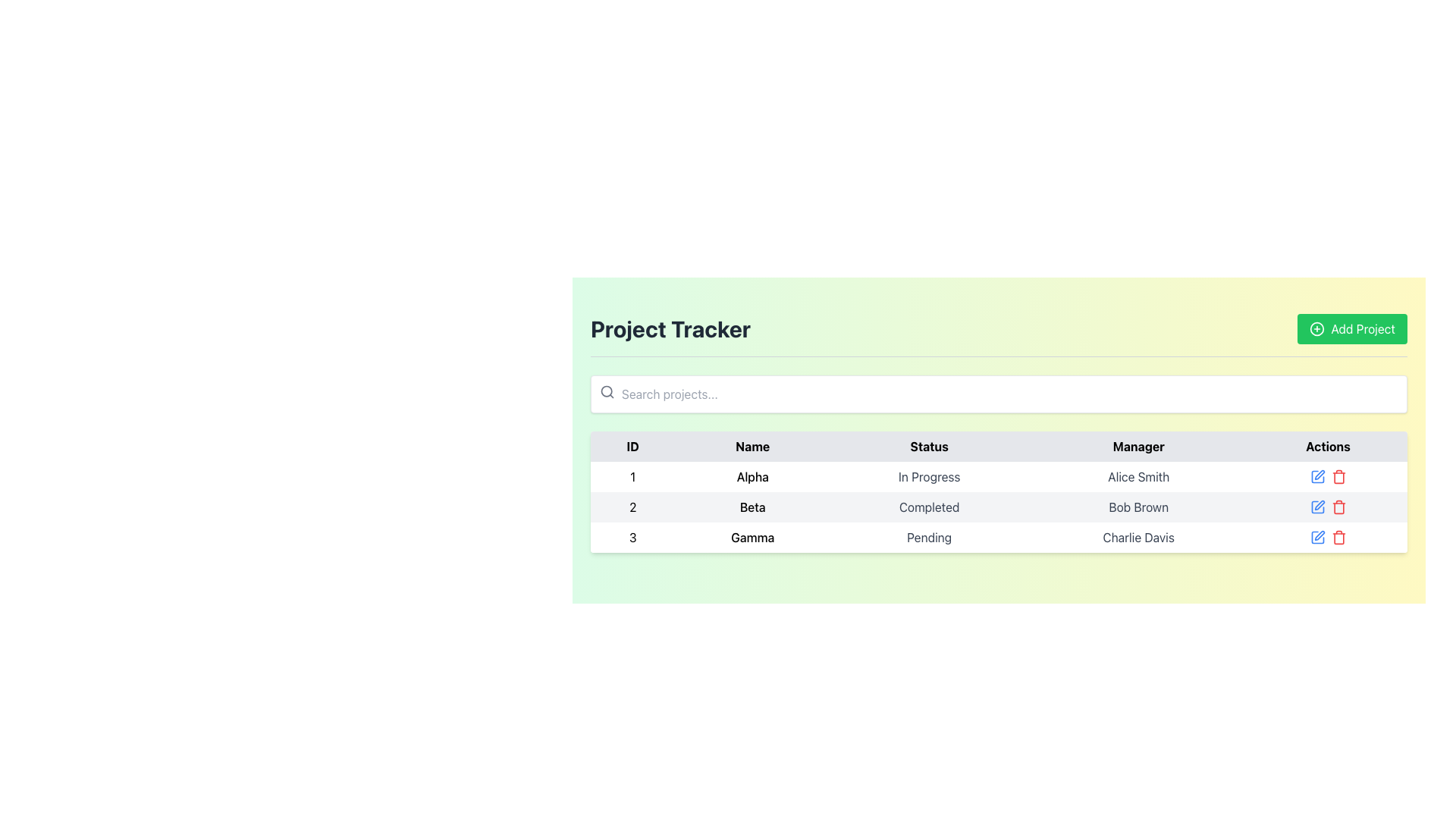 This screenshot has height=819, width=1456. What do you see at coordinates (752, 537) in the screenshot?
I see `the text label displaying 'Gamma' in the third row of the table under the 'Name' column` at bounding box center [752, 537].